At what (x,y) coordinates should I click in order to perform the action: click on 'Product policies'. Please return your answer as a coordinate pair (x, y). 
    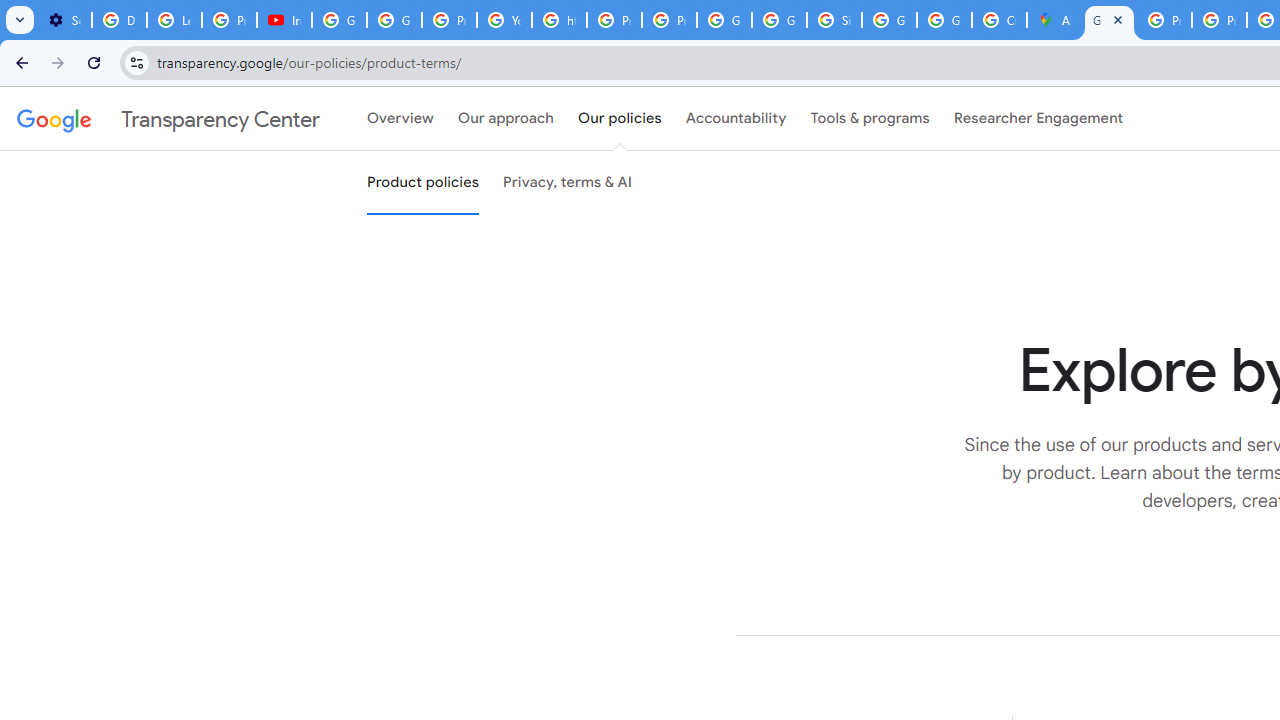
    Looking at the image, I should click on (422, 183).